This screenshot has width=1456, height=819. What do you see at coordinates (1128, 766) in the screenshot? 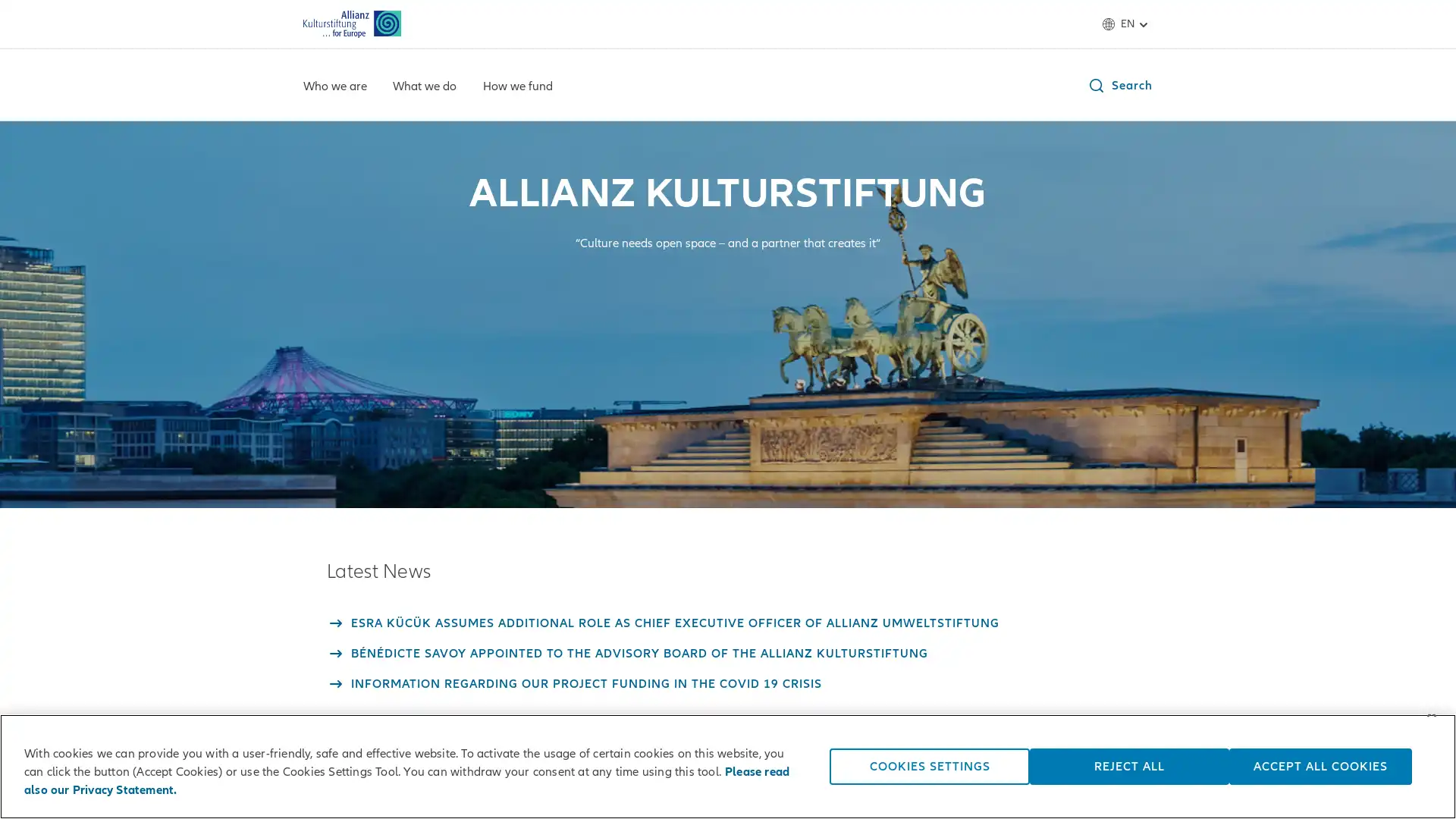
I see `REJECT ALL` at bounding box center [1128, 766].